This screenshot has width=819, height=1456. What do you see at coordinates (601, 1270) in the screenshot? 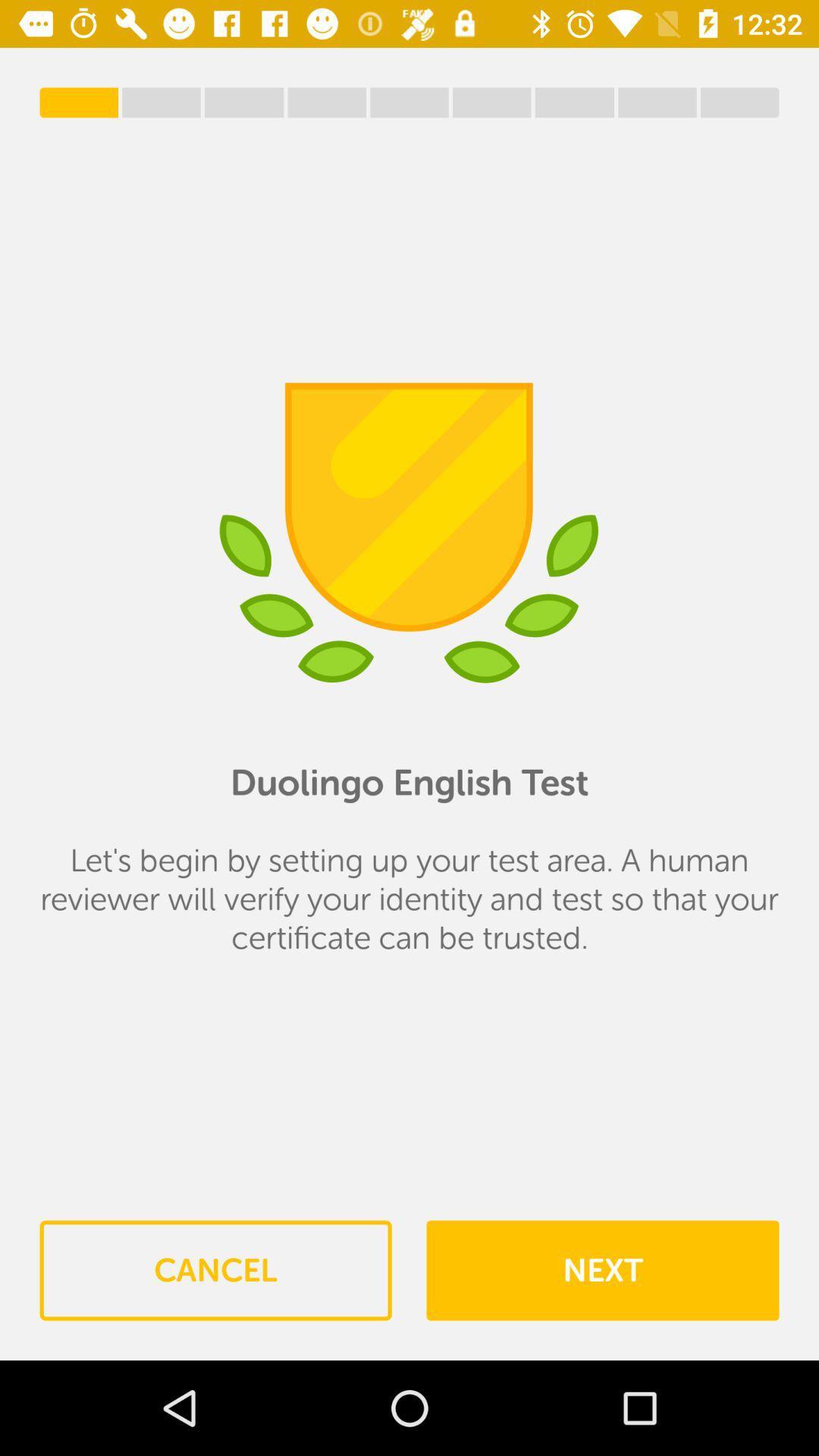
I see `the item next to the cancel icon` at bounding box center [601, 1270].